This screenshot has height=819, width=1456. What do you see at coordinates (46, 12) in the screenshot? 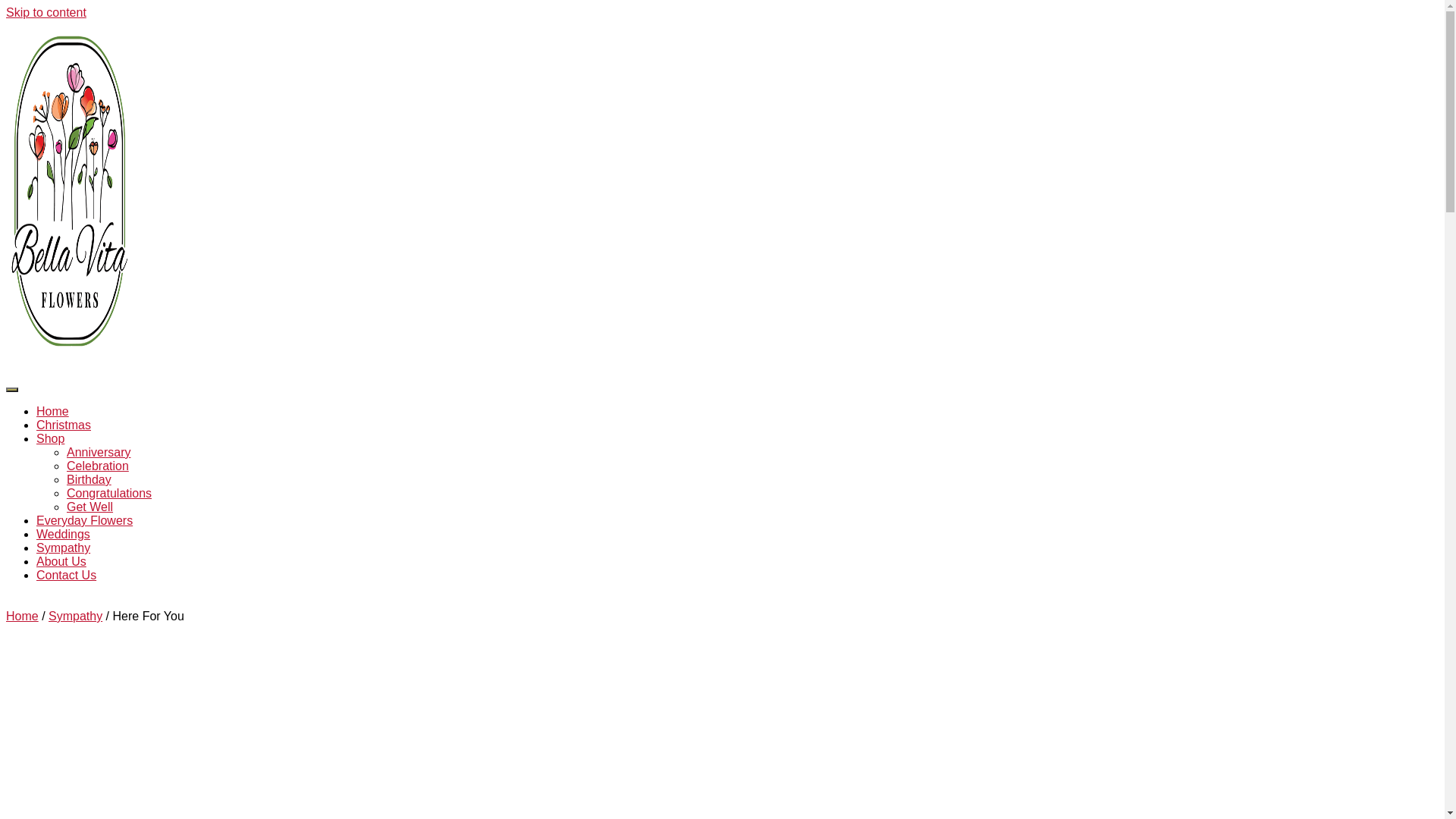
I see `'Skip to content'` at bounding box center [46, 12].